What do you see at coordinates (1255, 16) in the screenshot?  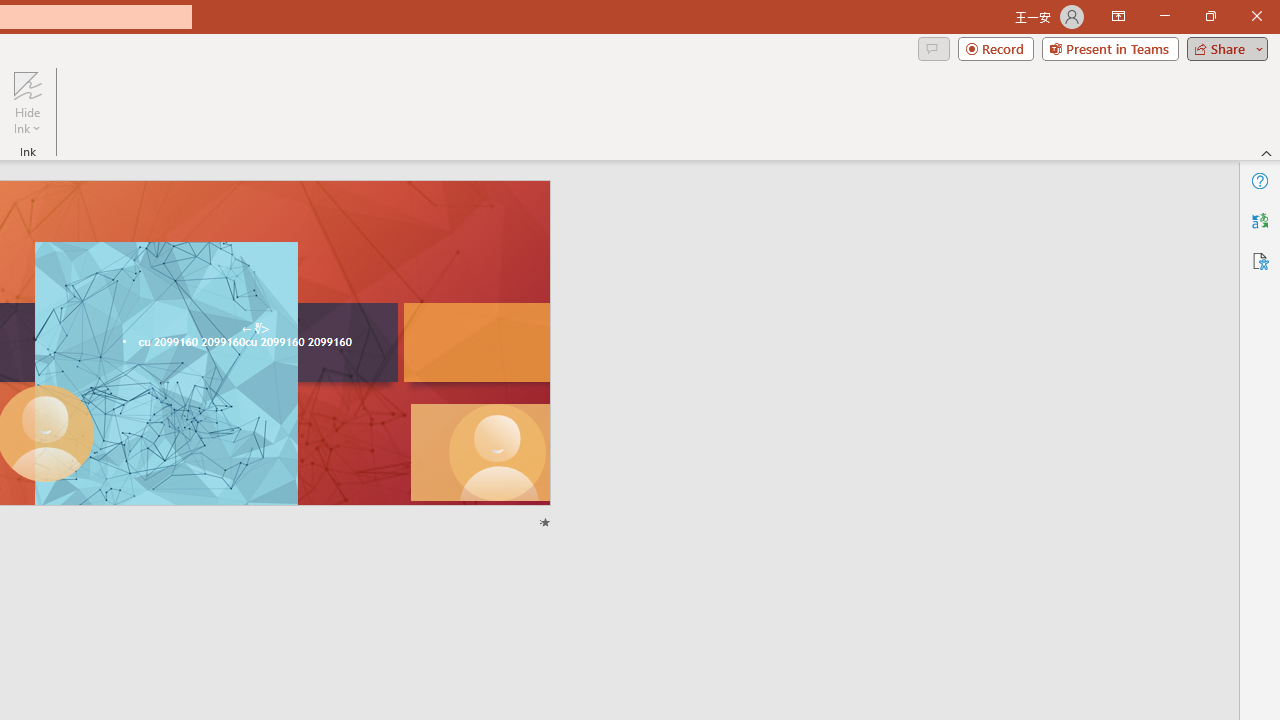 I see `'Close'` at bounding box center [1255, 16].